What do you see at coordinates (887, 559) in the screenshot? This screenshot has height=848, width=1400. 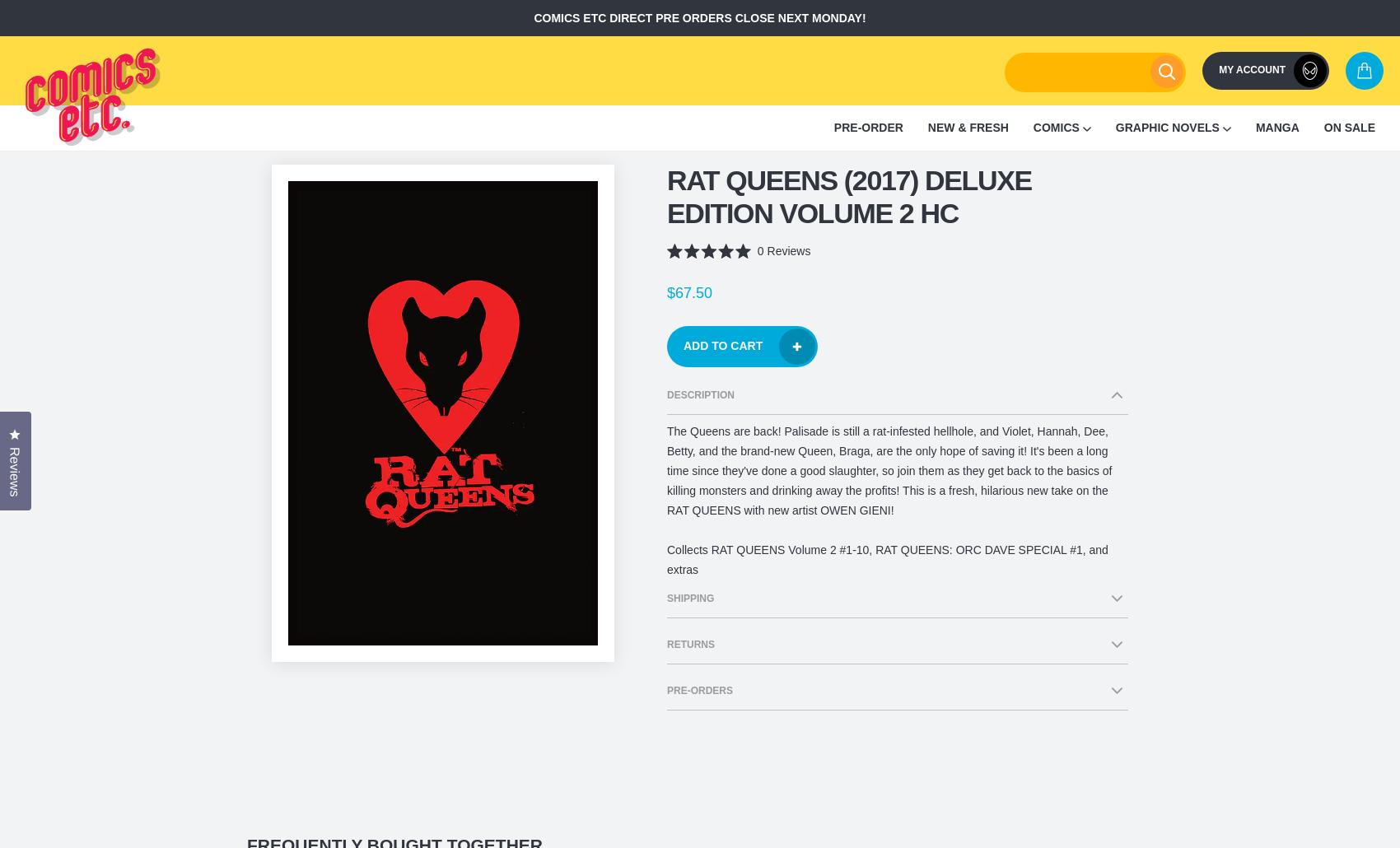 I see `'Collects RAT QUEENS Volume 2 #1-10, RAT QUEENS: ORC DAVE SPECIAL #1, and extras'` at bounding box center [887, 559].